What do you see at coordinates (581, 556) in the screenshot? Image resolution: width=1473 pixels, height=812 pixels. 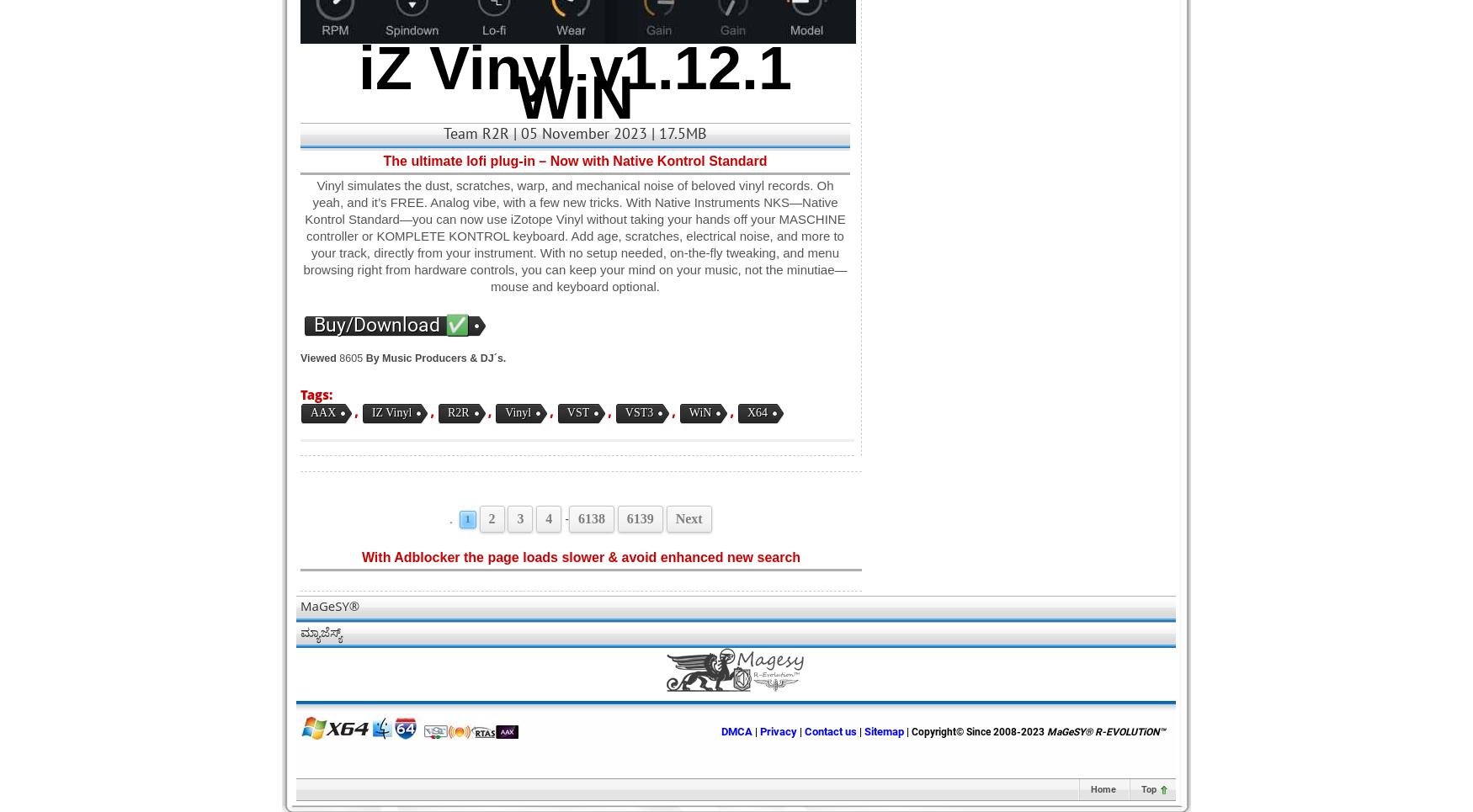 I see `'With Adblocker the page loads slower & avoid enhanced new search'` at bounding box center [581, 556].